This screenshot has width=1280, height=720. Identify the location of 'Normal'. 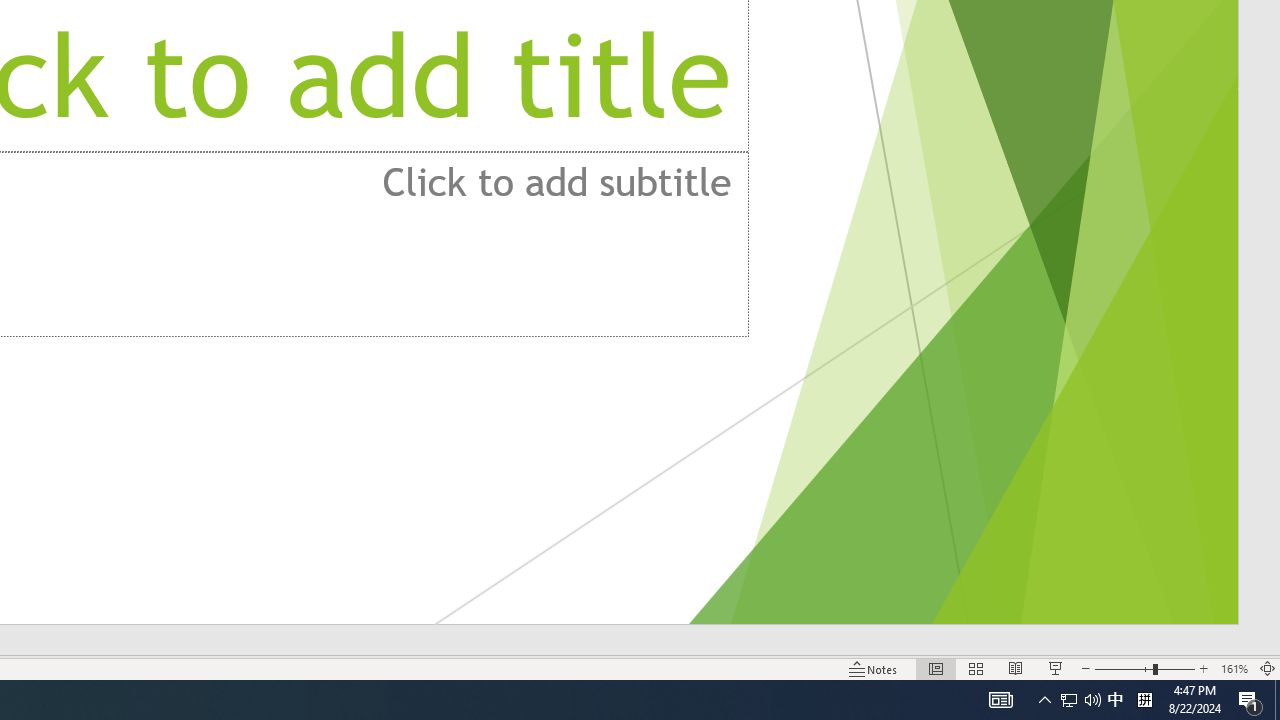
(935, 669).